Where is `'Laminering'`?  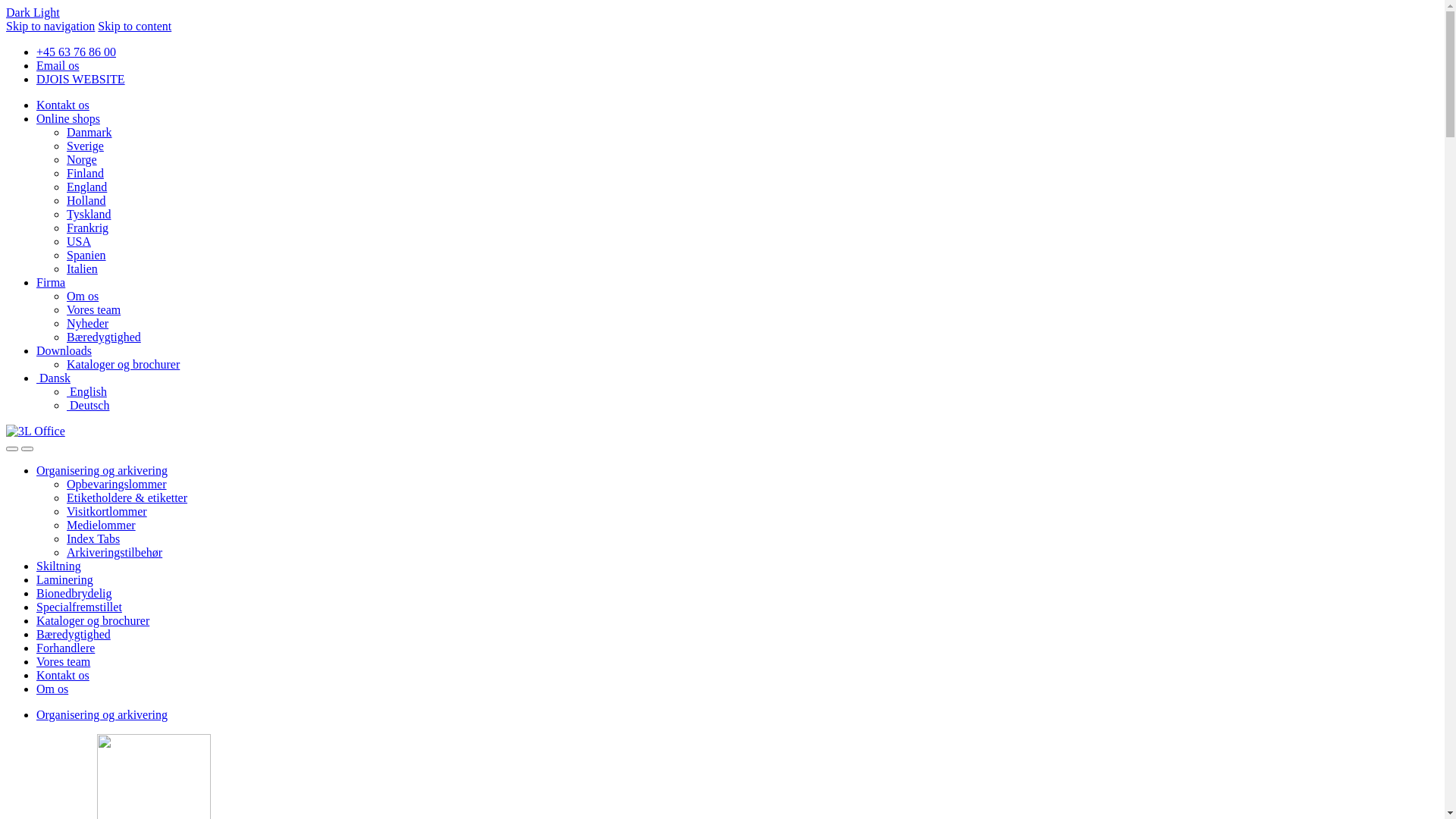
'Laminering' is located at coordinates (64, 579).